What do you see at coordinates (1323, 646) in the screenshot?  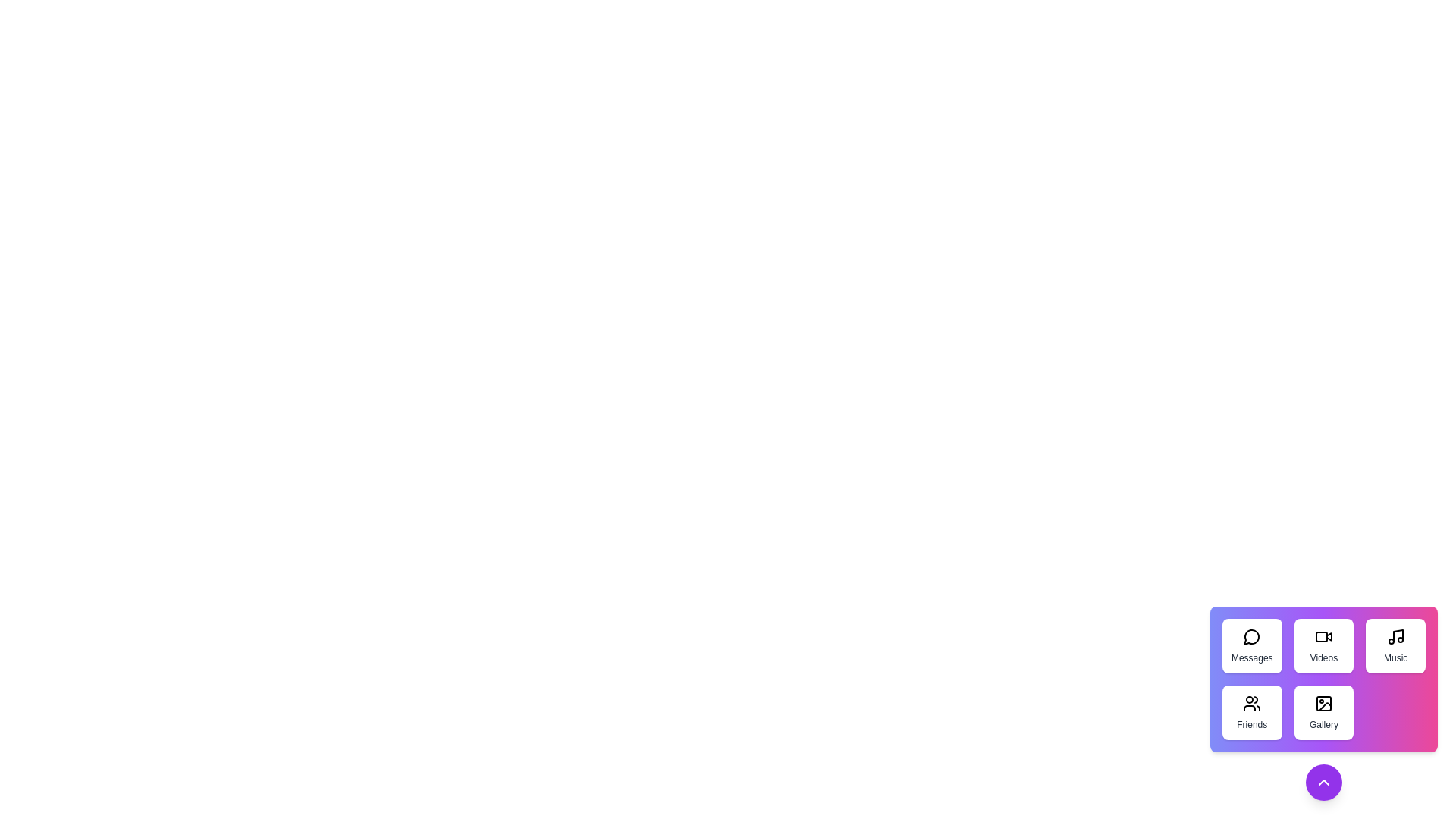 I see `the 'Videos' button` at bounding box center [1323, 646].